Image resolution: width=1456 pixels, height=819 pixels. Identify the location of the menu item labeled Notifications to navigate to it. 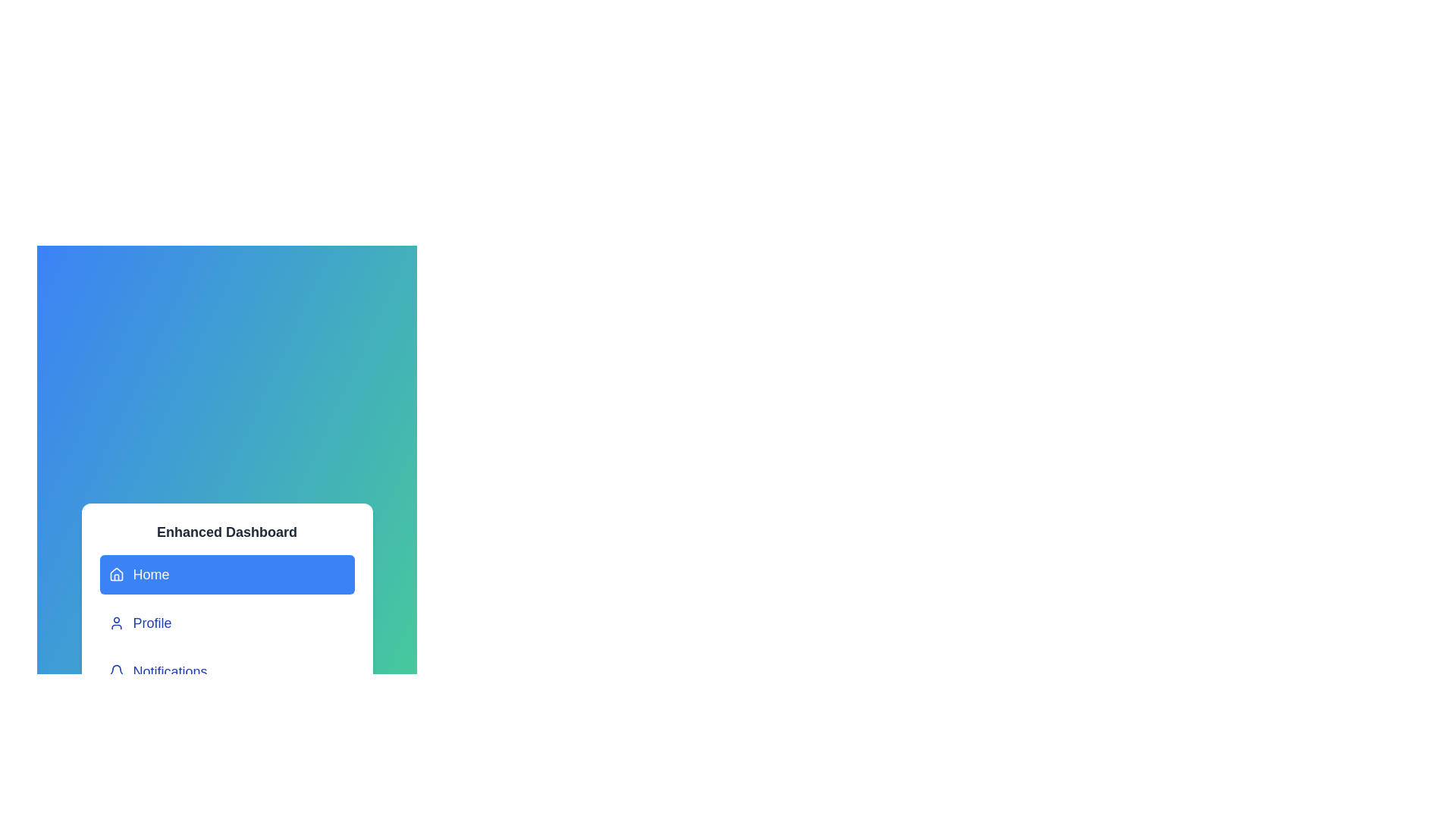
(226, 671).